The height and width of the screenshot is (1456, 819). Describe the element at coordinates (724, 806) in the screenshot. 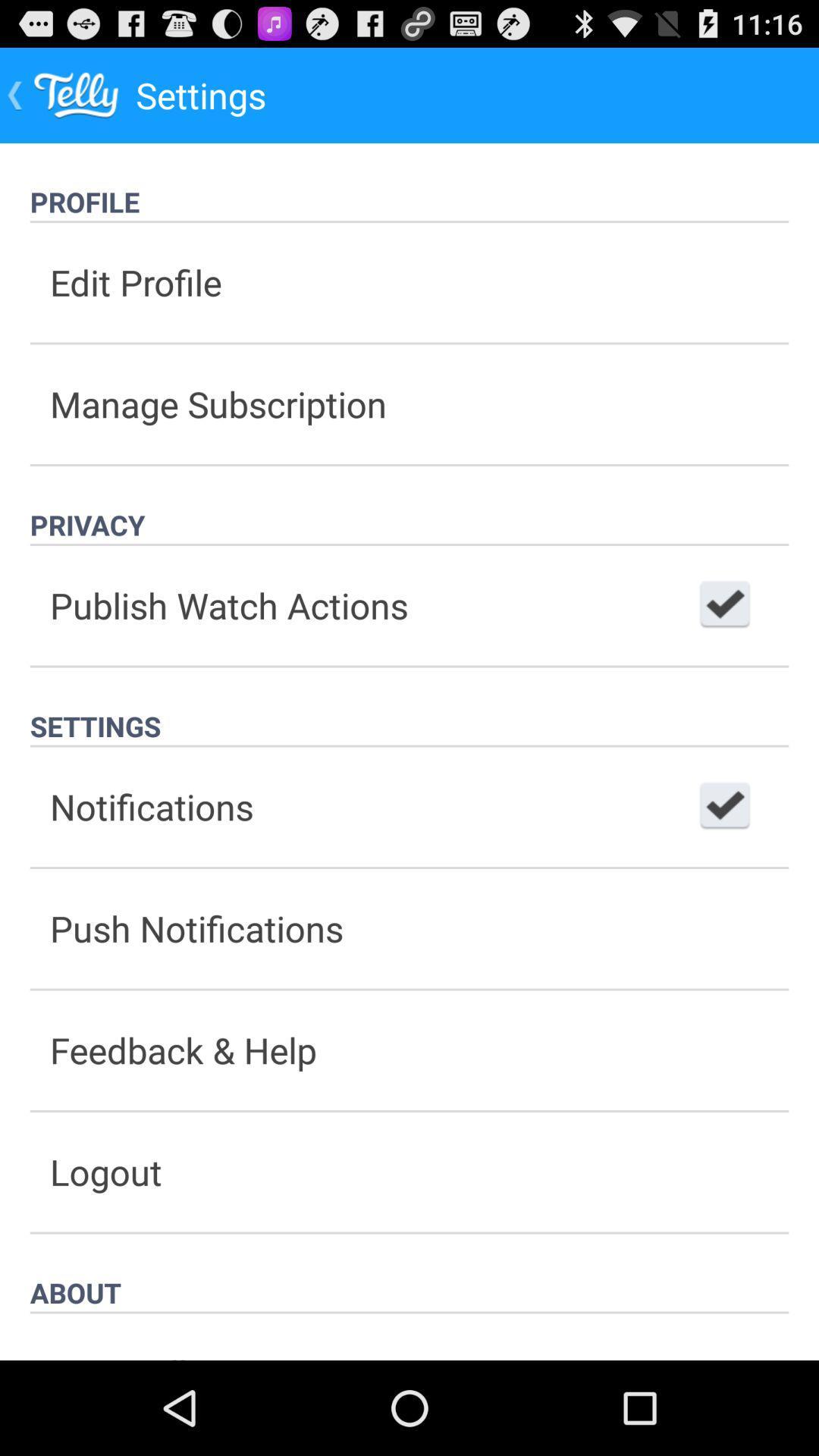

I see `turn notifications on or off` at that location.